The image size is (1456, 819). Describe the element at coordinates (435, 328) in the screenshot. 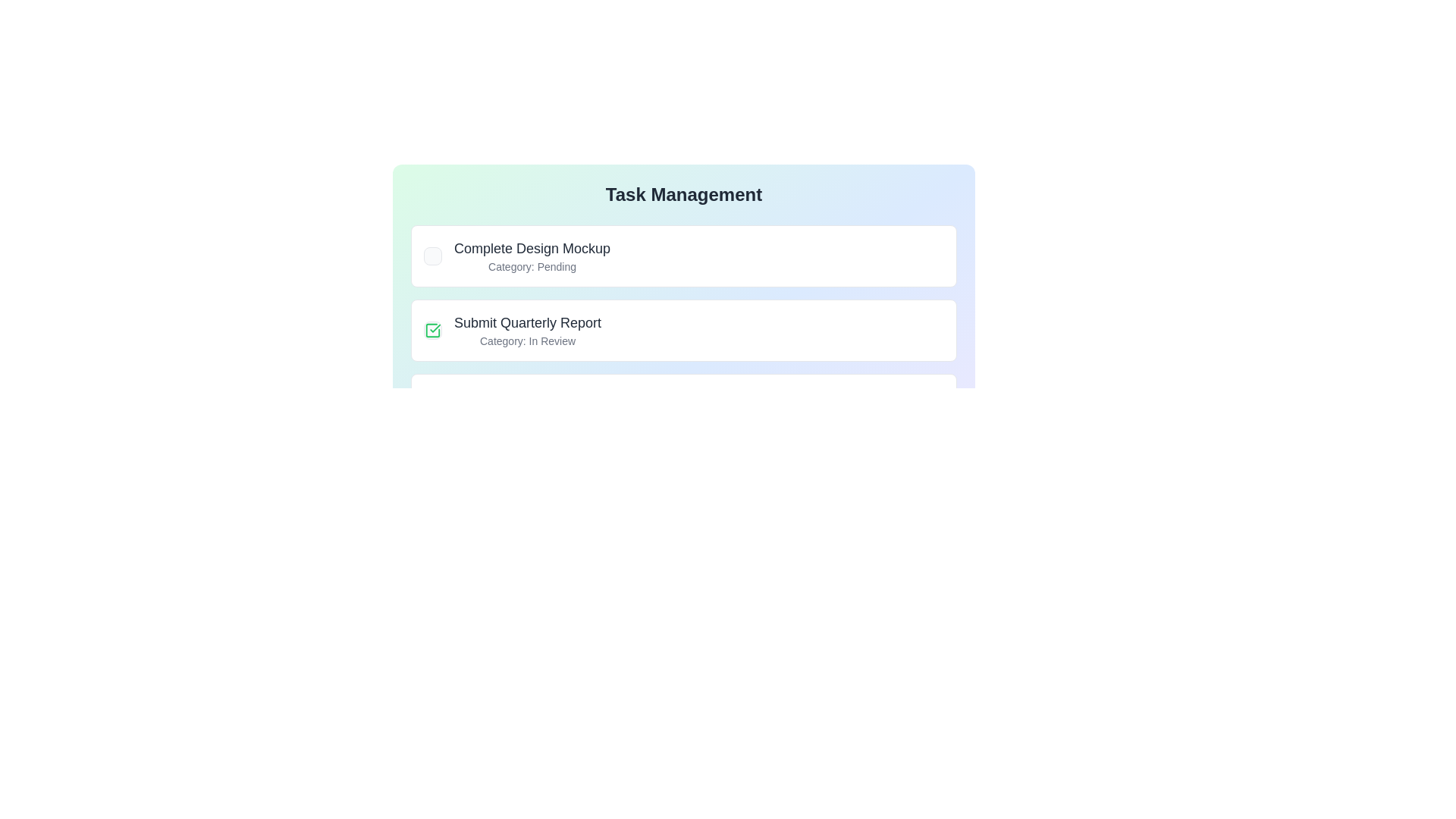

I see `the green checkmark icon indicating a 'checked' state, located in the bottom-right region of the 'Submit Quarterly Report' list item` at that location.